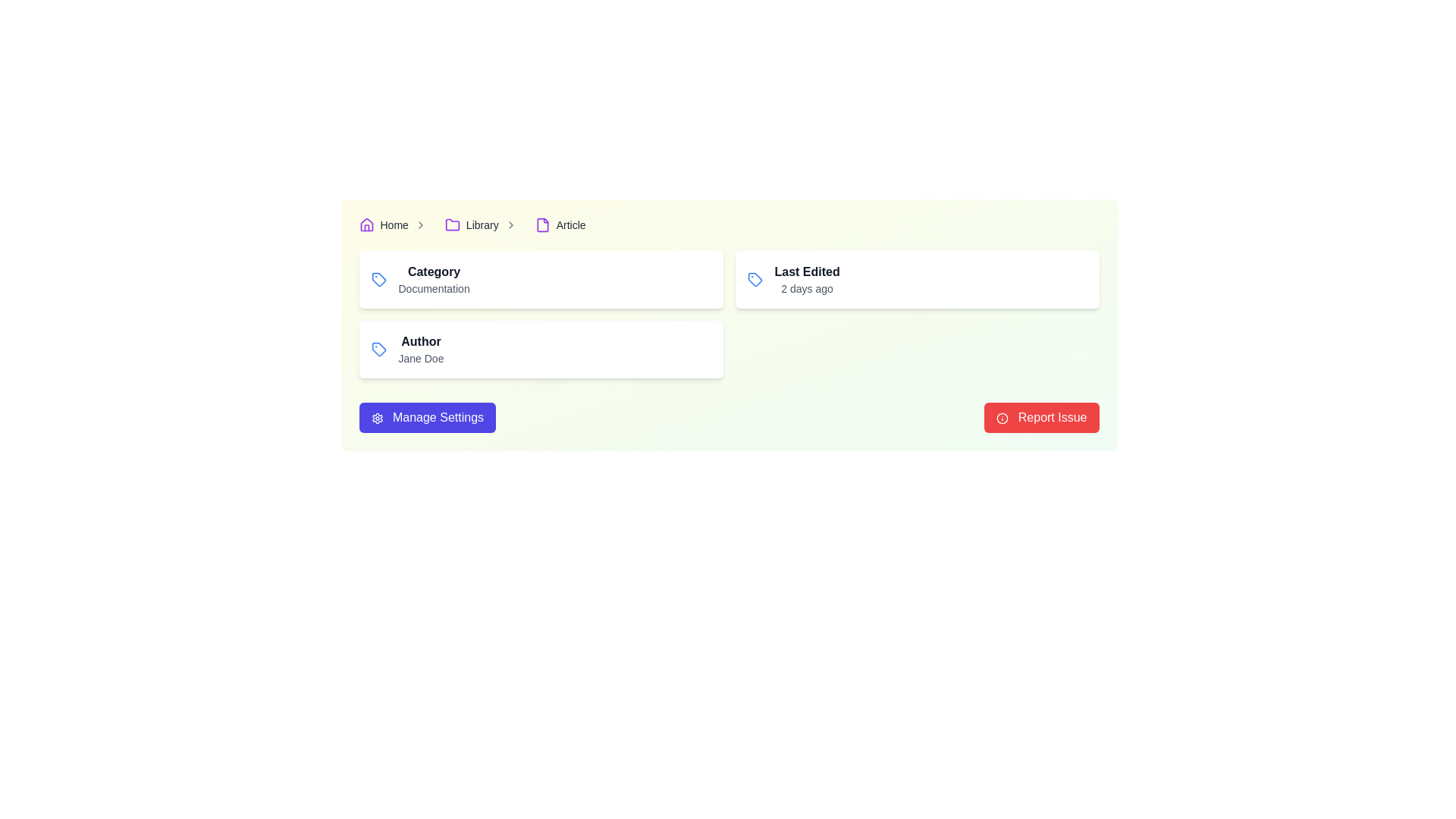 The width and height of the screenshot is (1456, 819). Describe the element at coordinates (755, 280) in the screenshot. I see `the icon located in the 'Category' section next to the 'Documentation' label, which serves as a graphical representation for identification` at that location.